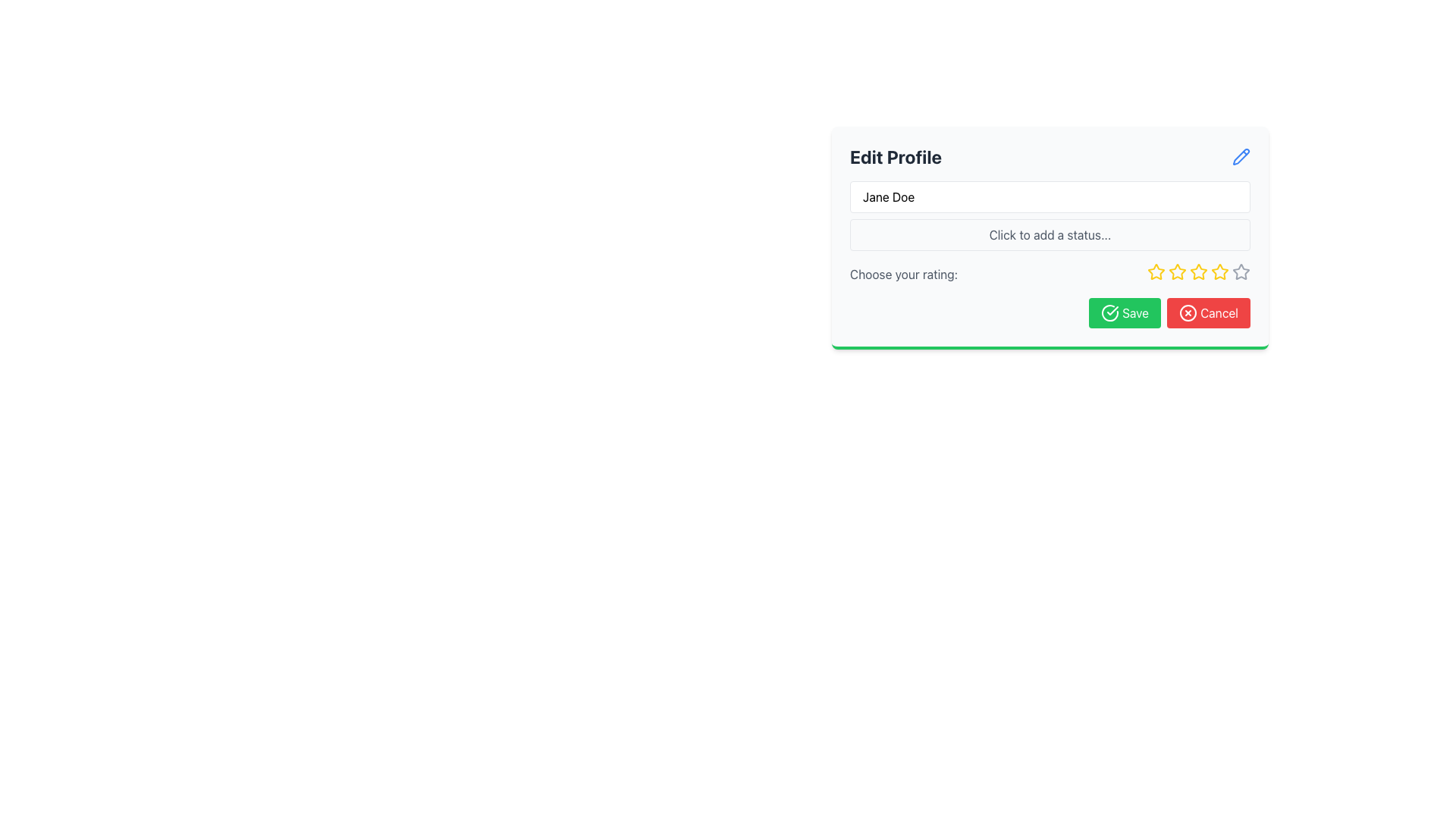 Image resolution: width=1456 pixels, height=819 pixels. I want to click on on the first yellow star-shaped rating icon in the 'Choose your rating' section, so click(1156, 271).